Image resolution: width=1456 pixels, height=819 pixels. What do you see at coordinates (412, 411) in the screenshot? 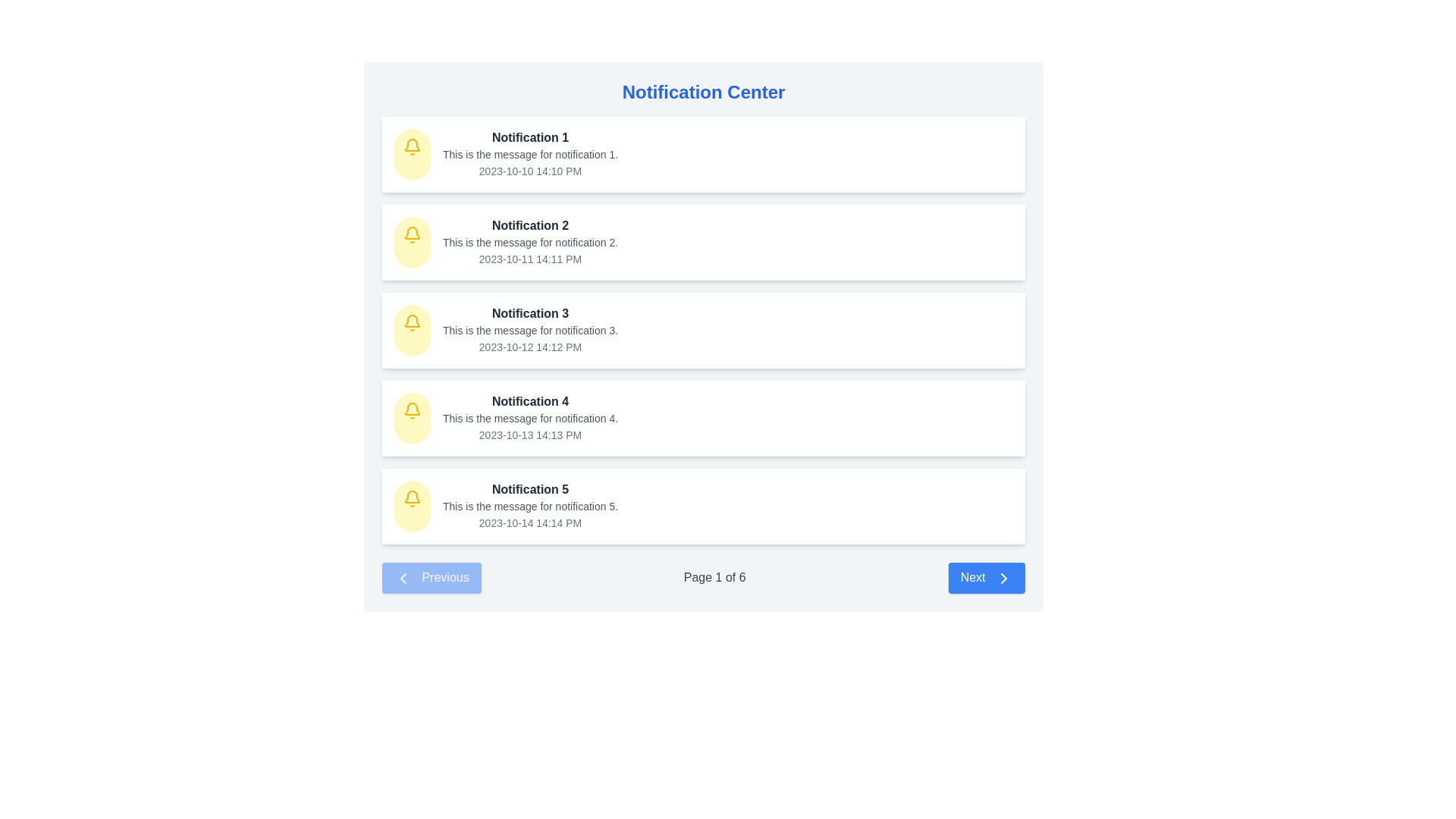
I see `the bell icon located at the center-left of the notification center` at bounding box center [412, 411].